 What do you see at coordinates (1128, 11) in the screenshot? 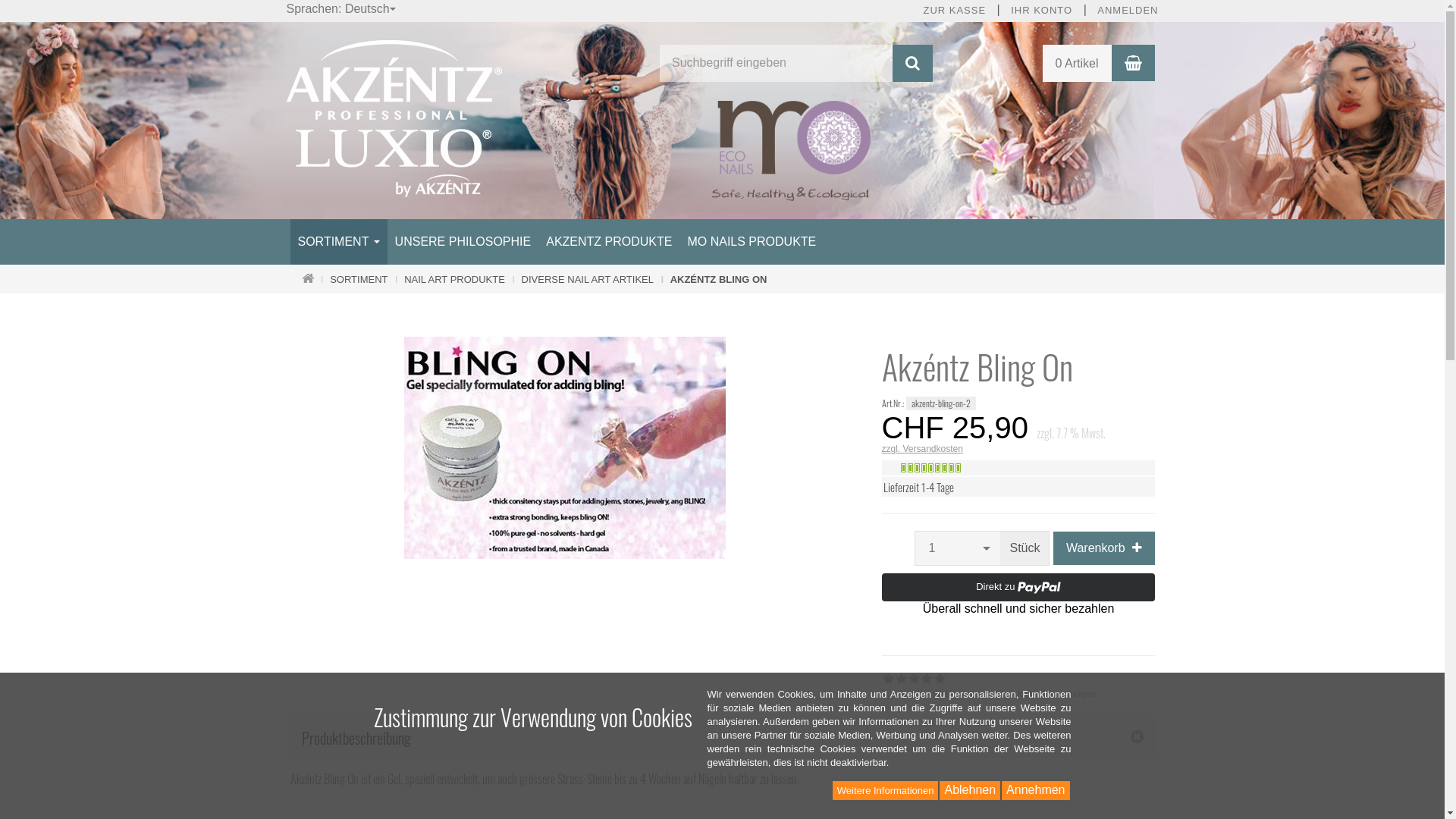
I see `'ANMELDEN'` at bounding box center [1128, 11].